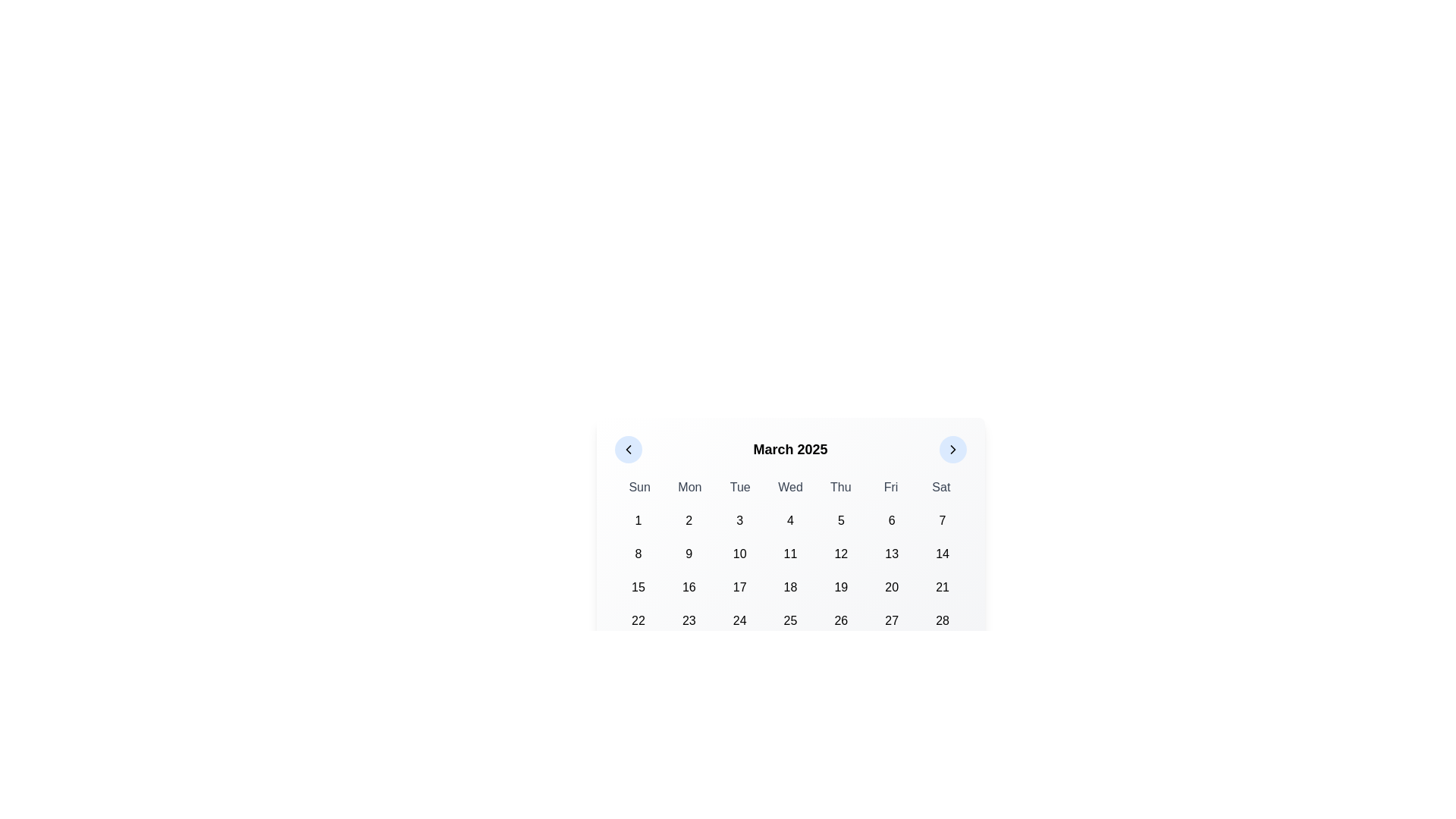  What do you see at coordinates (688, 519) in the screenshot?
I see `the button labeled '2', which is a rectangular button with a rounded border` at bounding box center [688, 519].